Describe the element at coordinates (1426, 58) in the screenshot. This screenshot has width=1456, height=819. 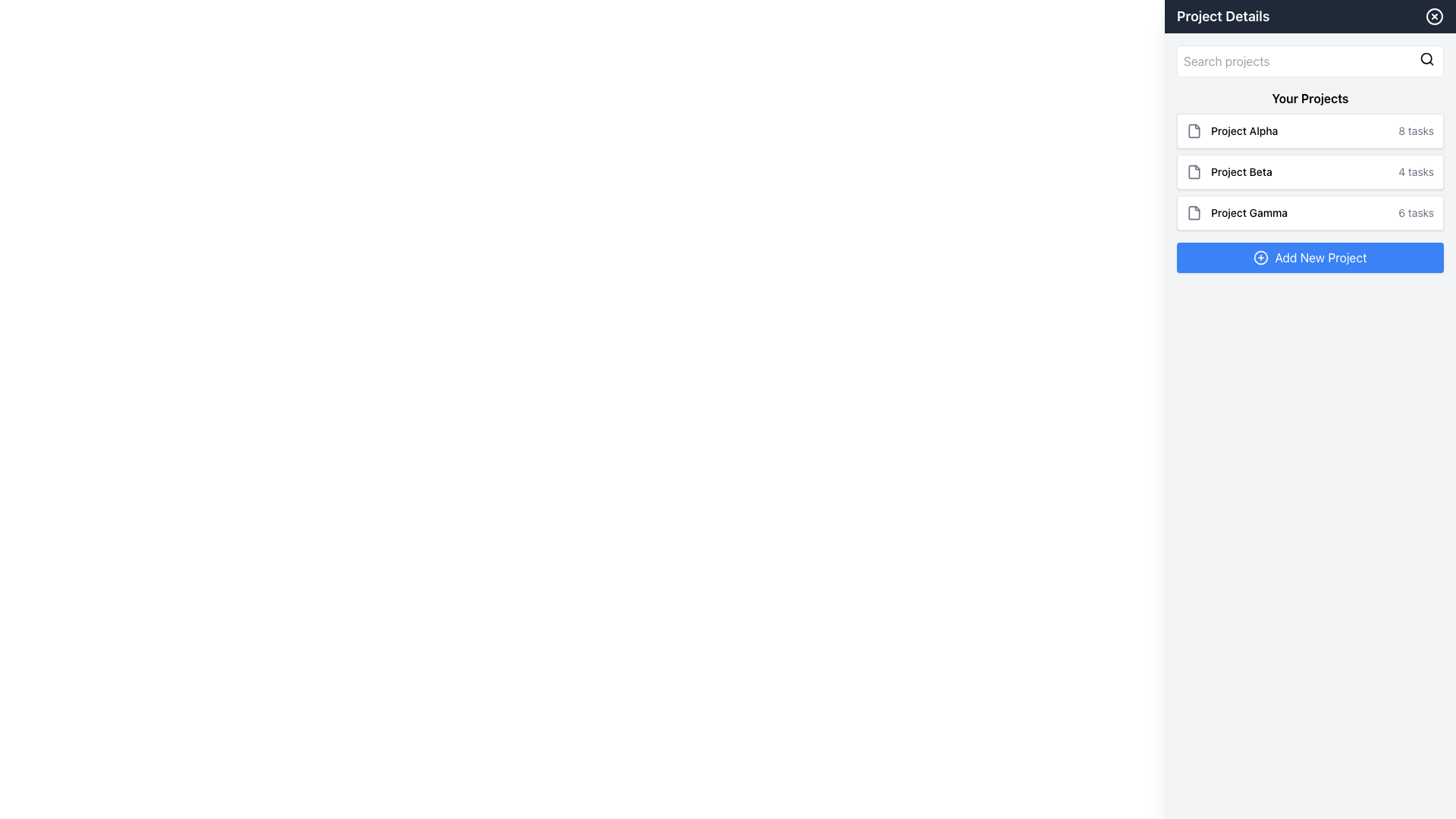
I see `the search icon` at that location.